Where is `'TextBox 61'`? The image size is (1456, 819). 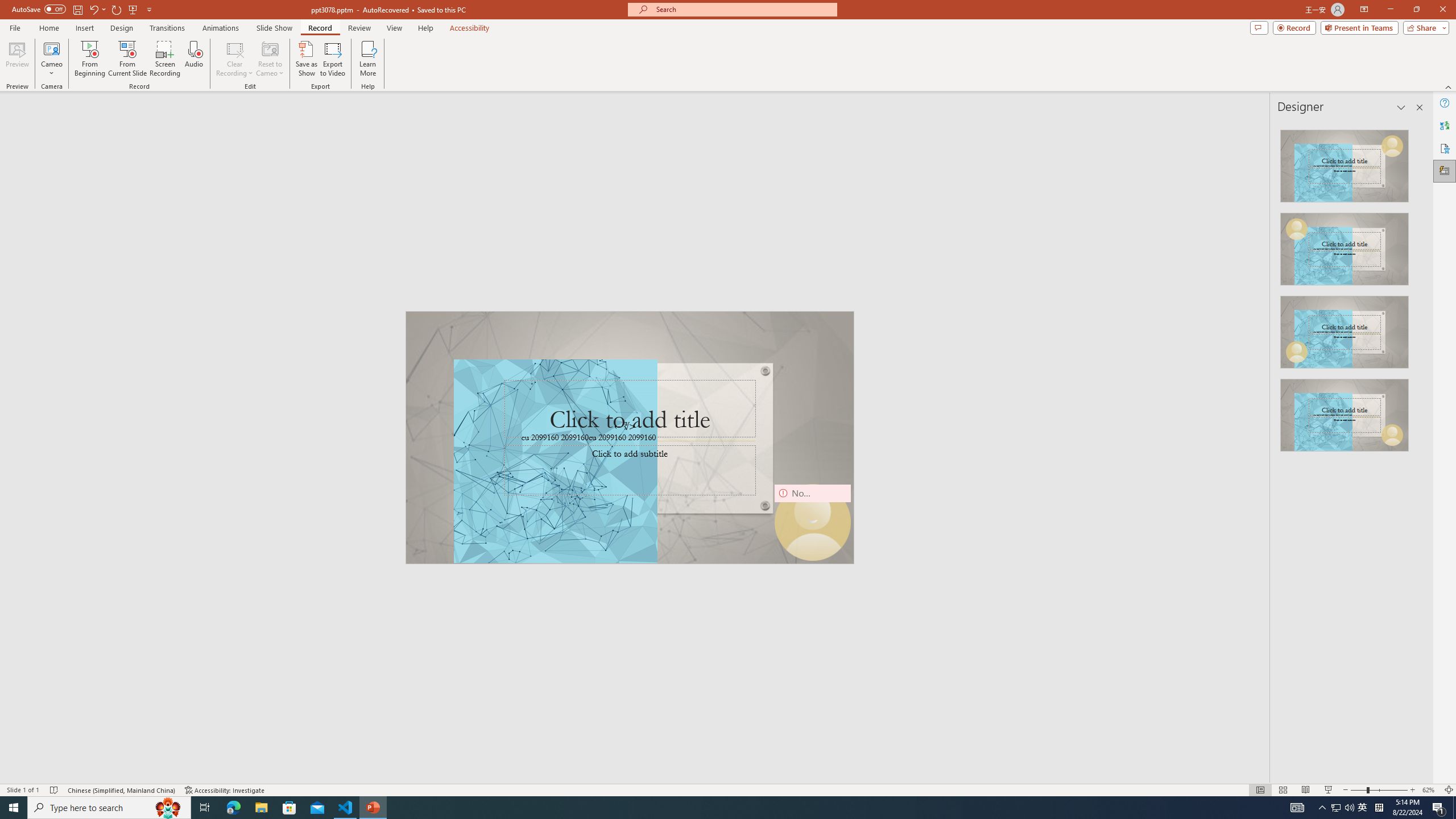
'TextBox 61' is located at coordinates (628, 438).